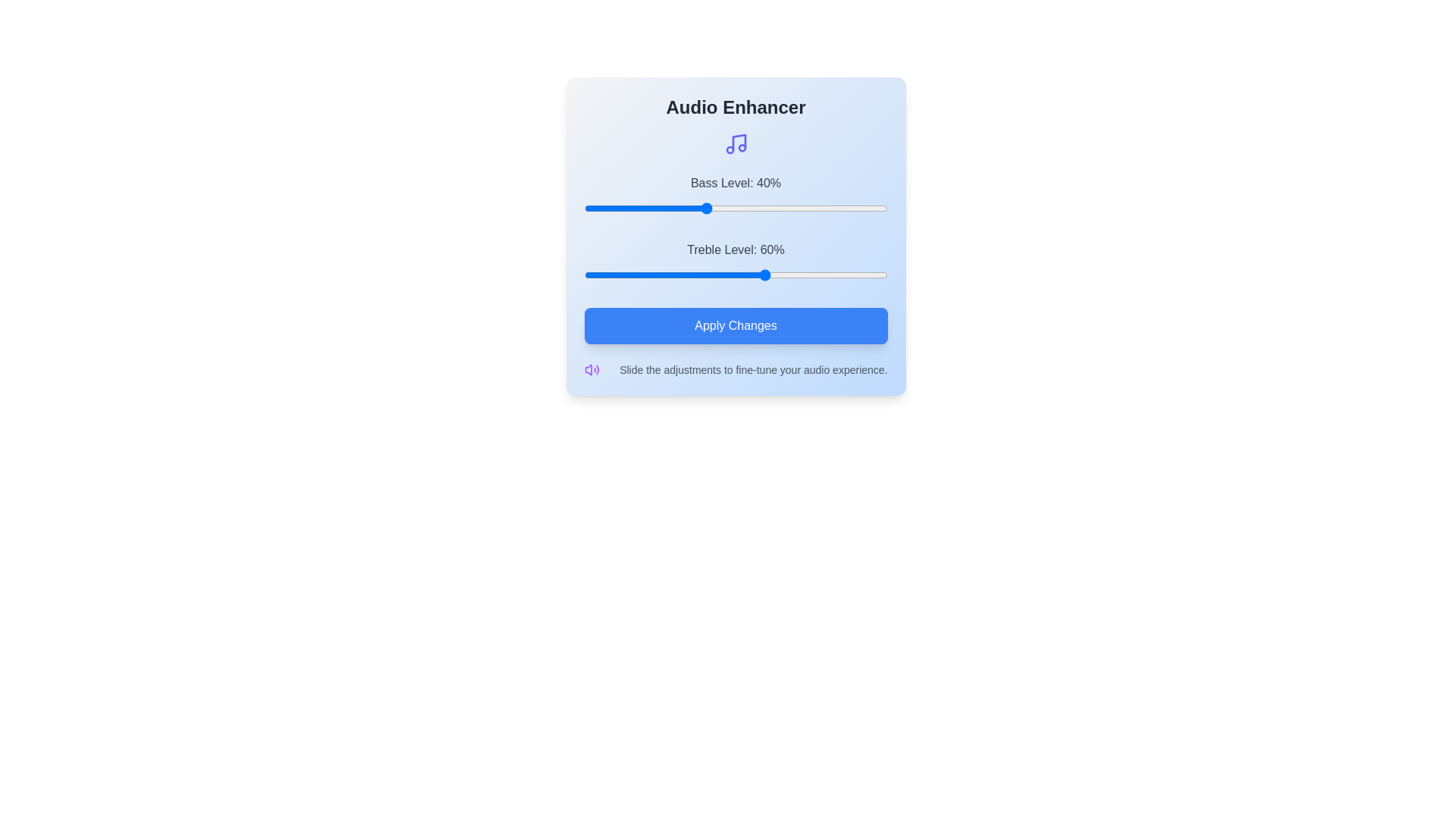 The image size is (1456, 819). Describe the element at coordinates (701, 208) in the screenshot. I see `the bass level slider to 39%` at that location.